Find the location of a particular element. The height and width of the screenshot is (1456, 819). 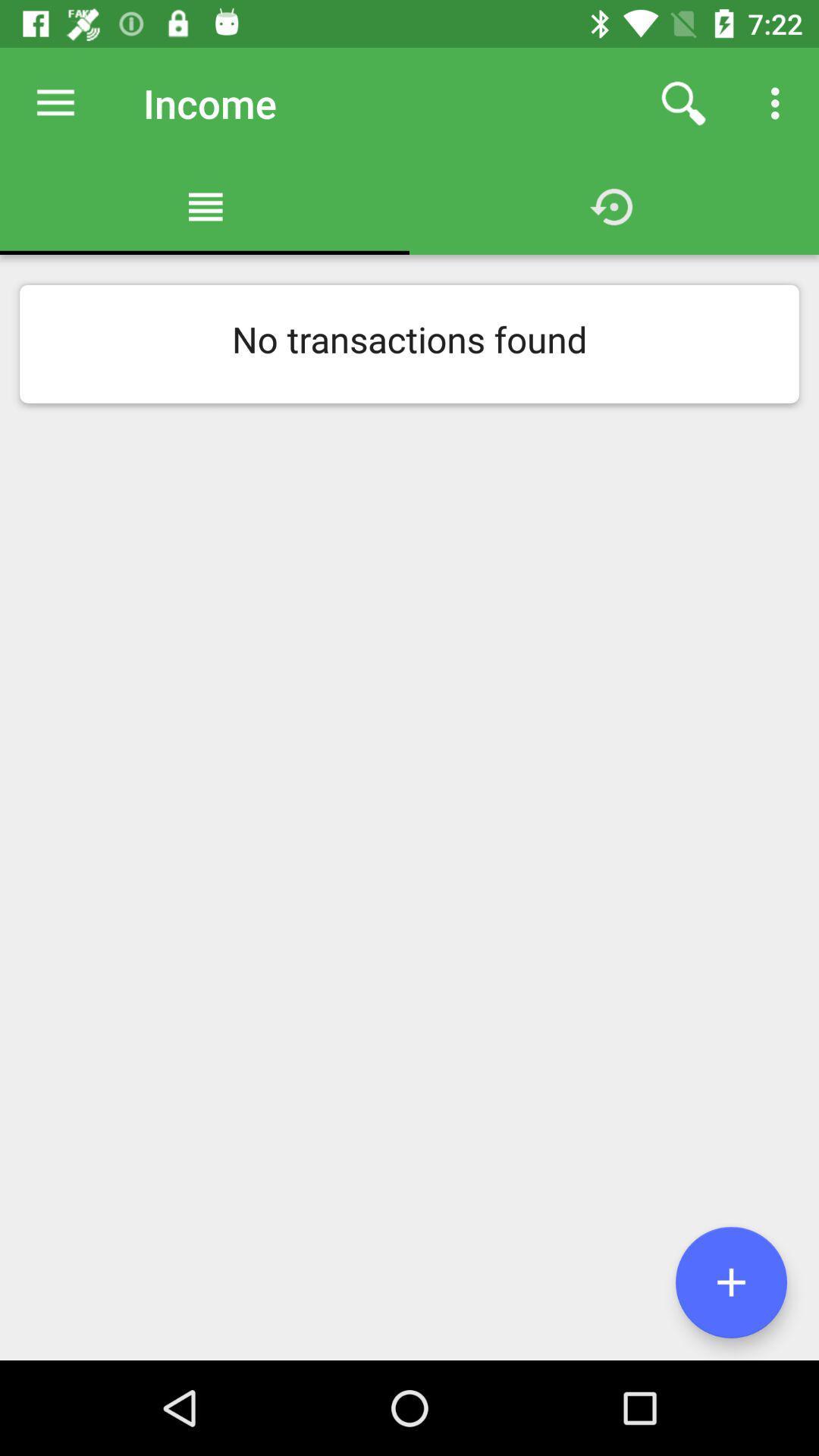

a transaction option is located at coordinates (730, 1282).